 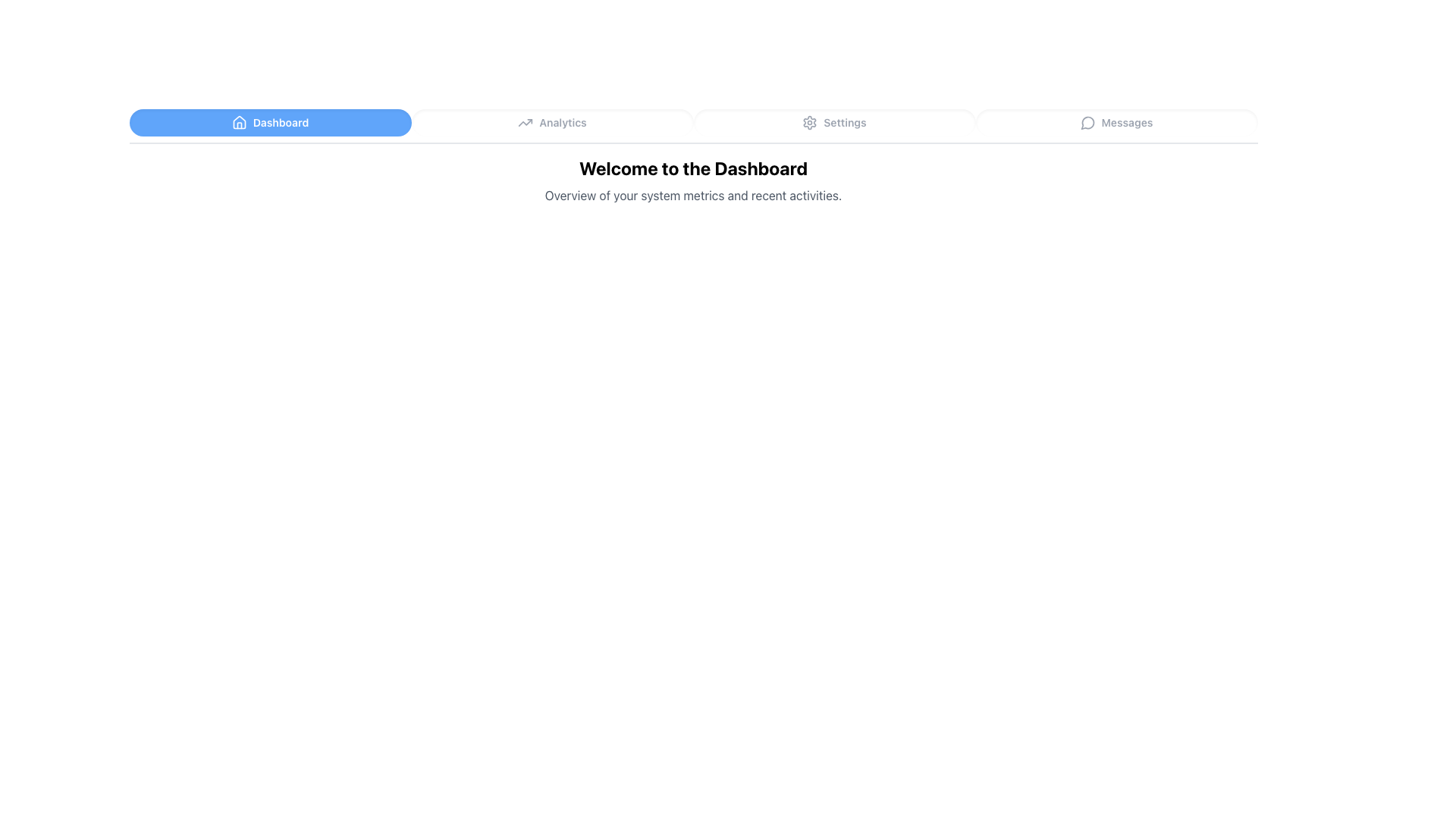 What do you see at coordinates (844, 122) in the screenshot?
I see `the settings label in the top navigation bar, which is the last text label on the right` at bounding box center [844, 122].